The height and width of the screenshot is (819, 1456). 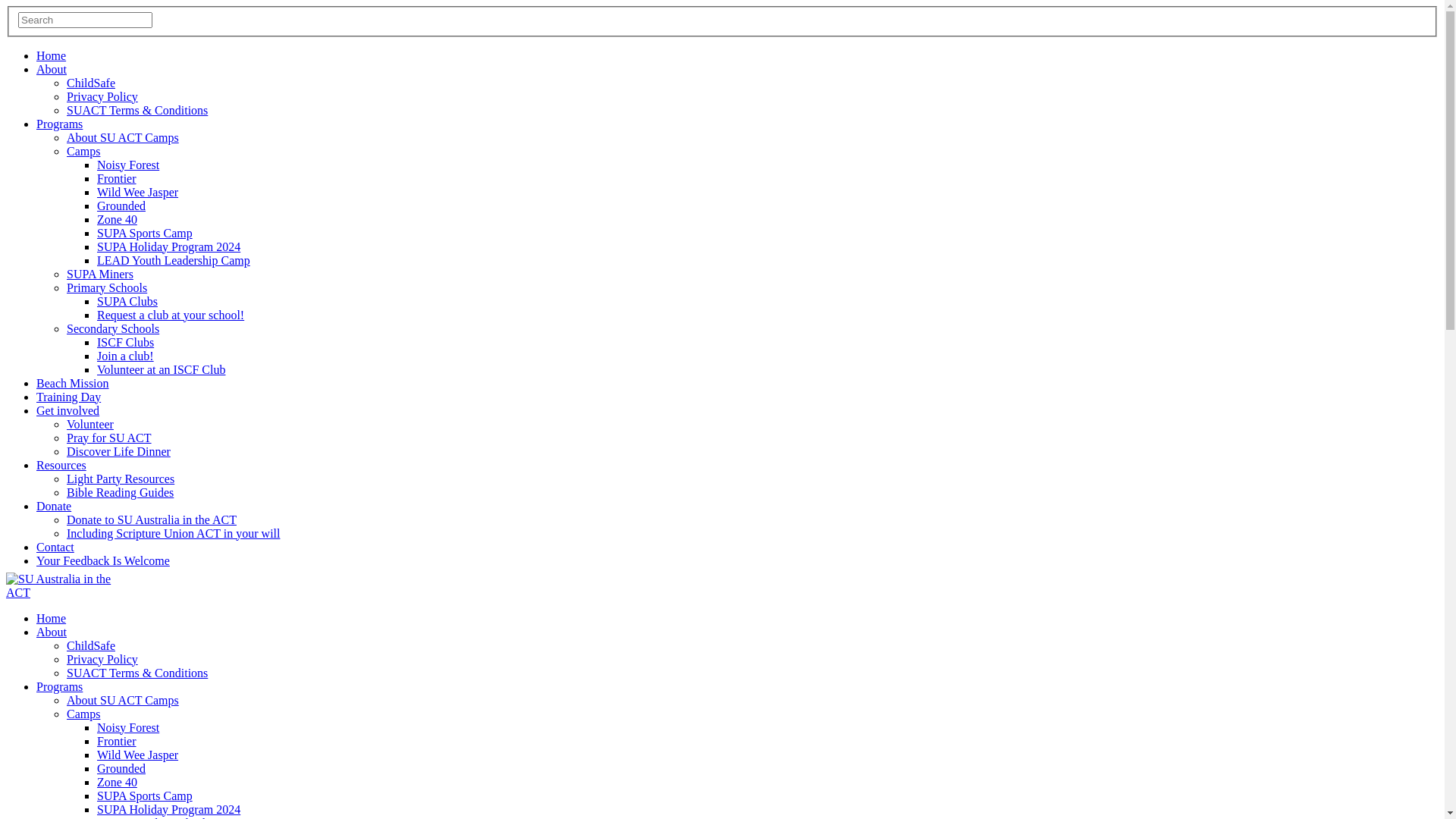 What do you see at coordinates (127, 726) in the screenshot?
I see `'Noisy Forest'` at bounding box center [127, 726].